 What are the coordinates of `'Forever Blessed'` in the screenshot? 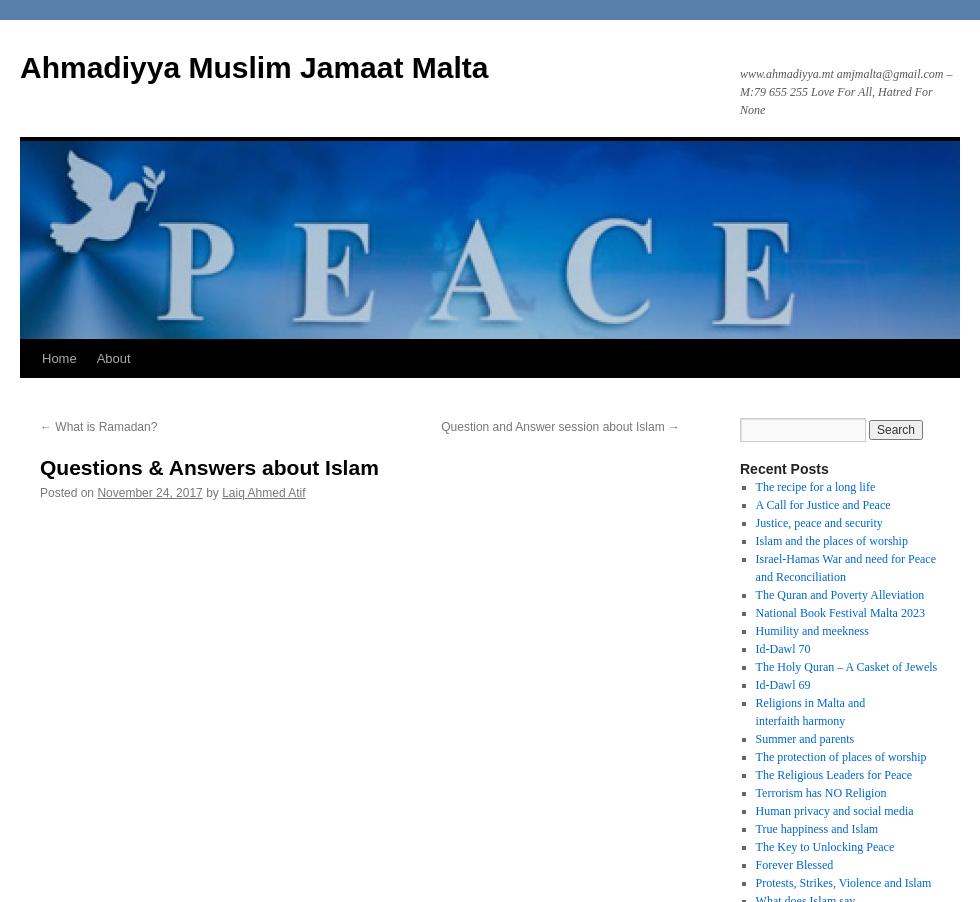 It's located at (793, 865).